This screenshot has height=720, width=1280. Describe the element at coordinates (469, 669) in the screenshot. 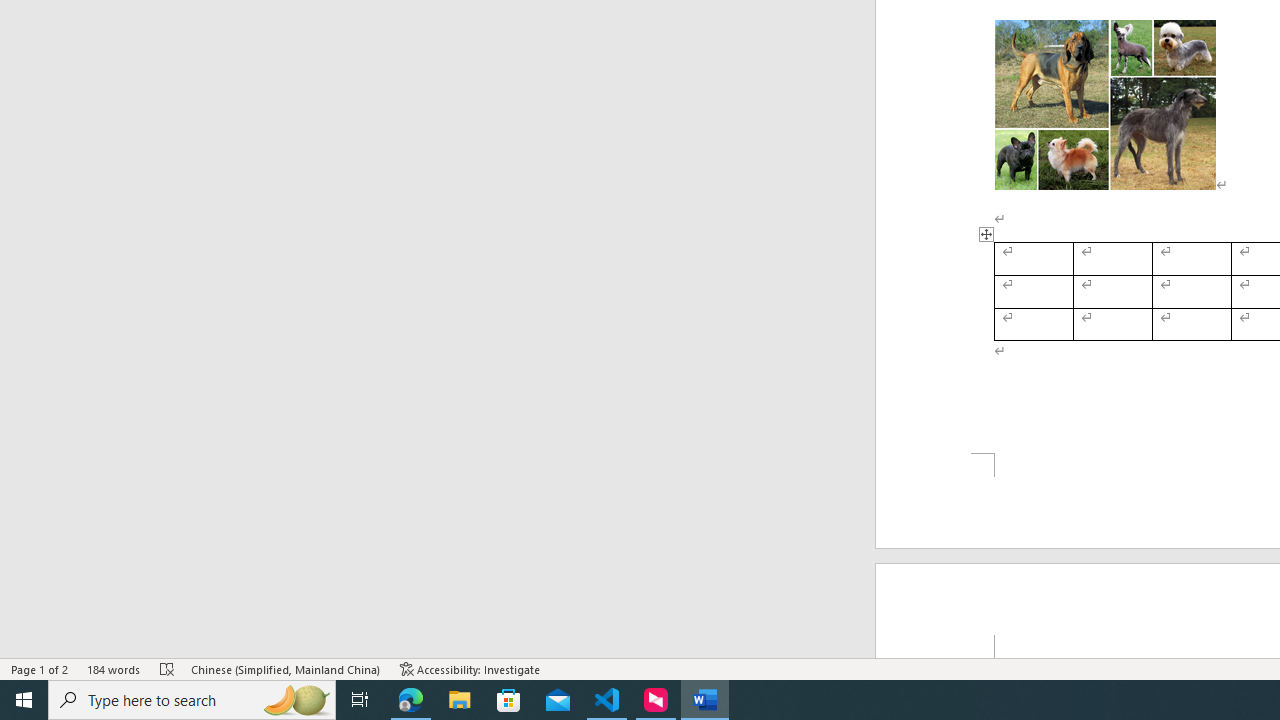

I see `'Accessibility Checker Accessibility: Investigate'` at that location.